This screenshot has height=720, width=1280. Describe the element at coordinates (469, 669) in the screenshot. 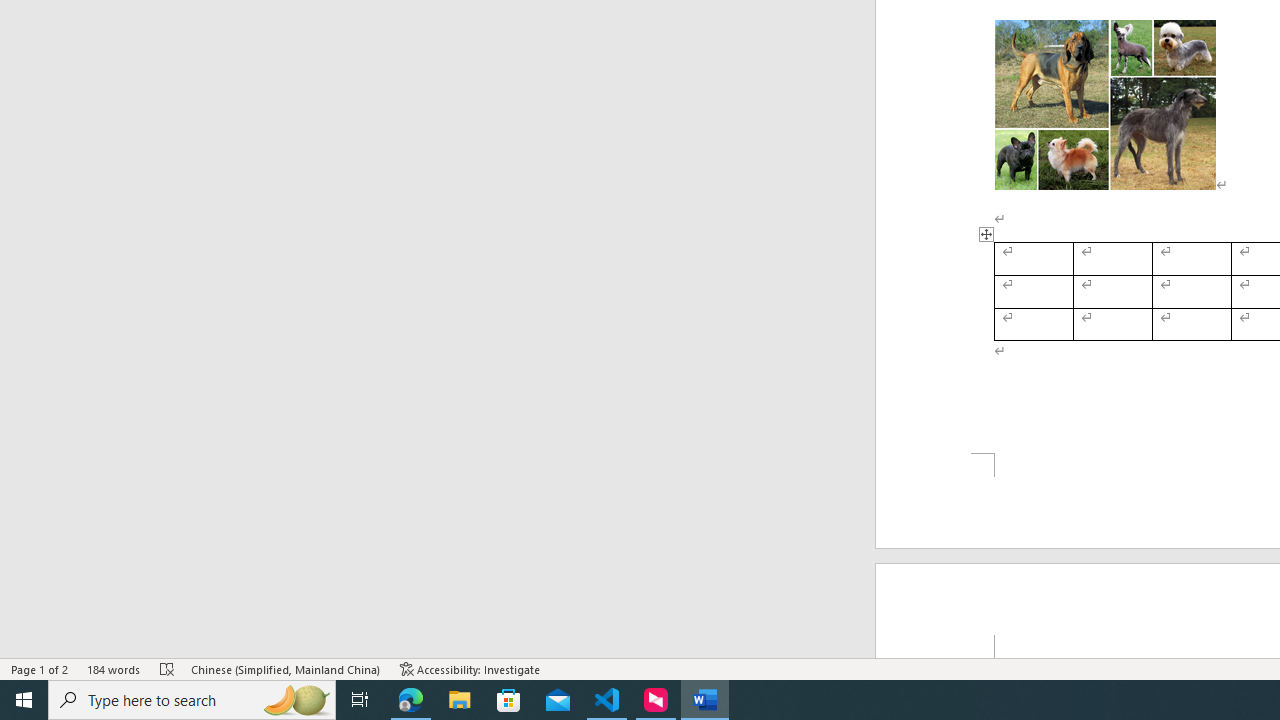

I see `'Accessibility Checker Accessibility: Investigate'` at that location.